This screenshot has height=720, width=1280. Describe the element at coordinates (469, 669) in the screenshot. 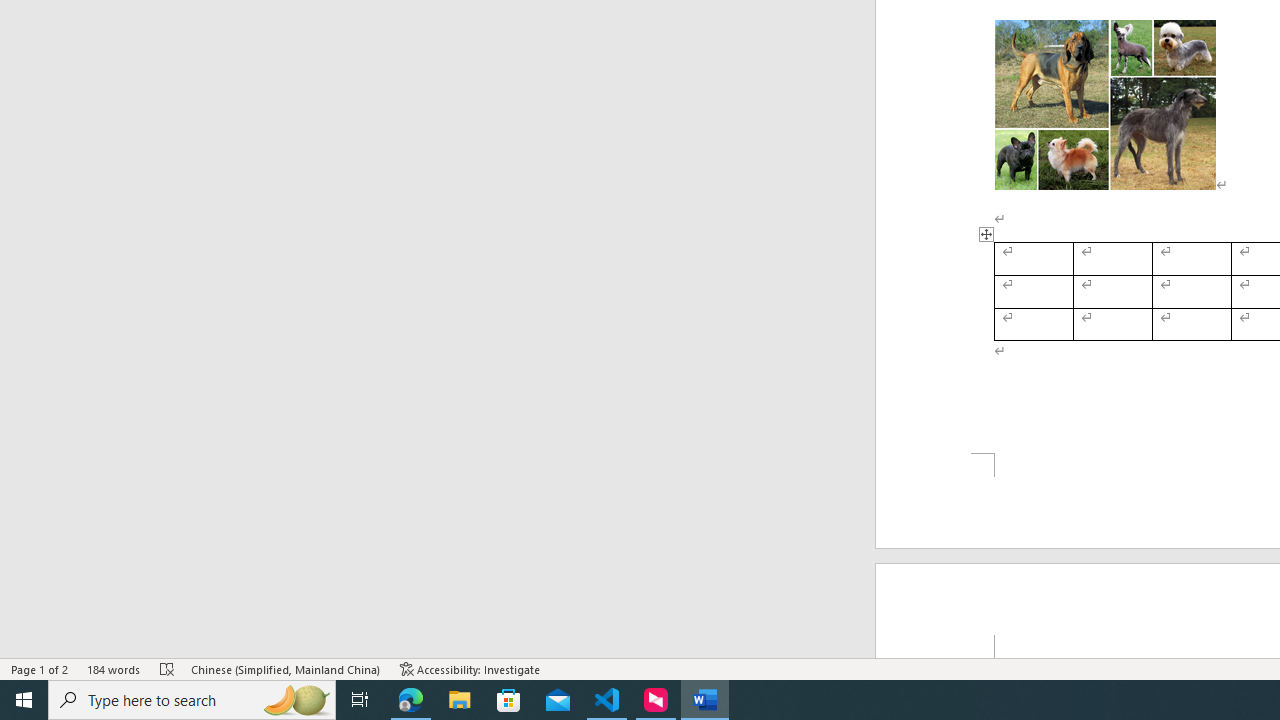

I see `'Accessibility Checker Accessibility: Investigate'` at that location.